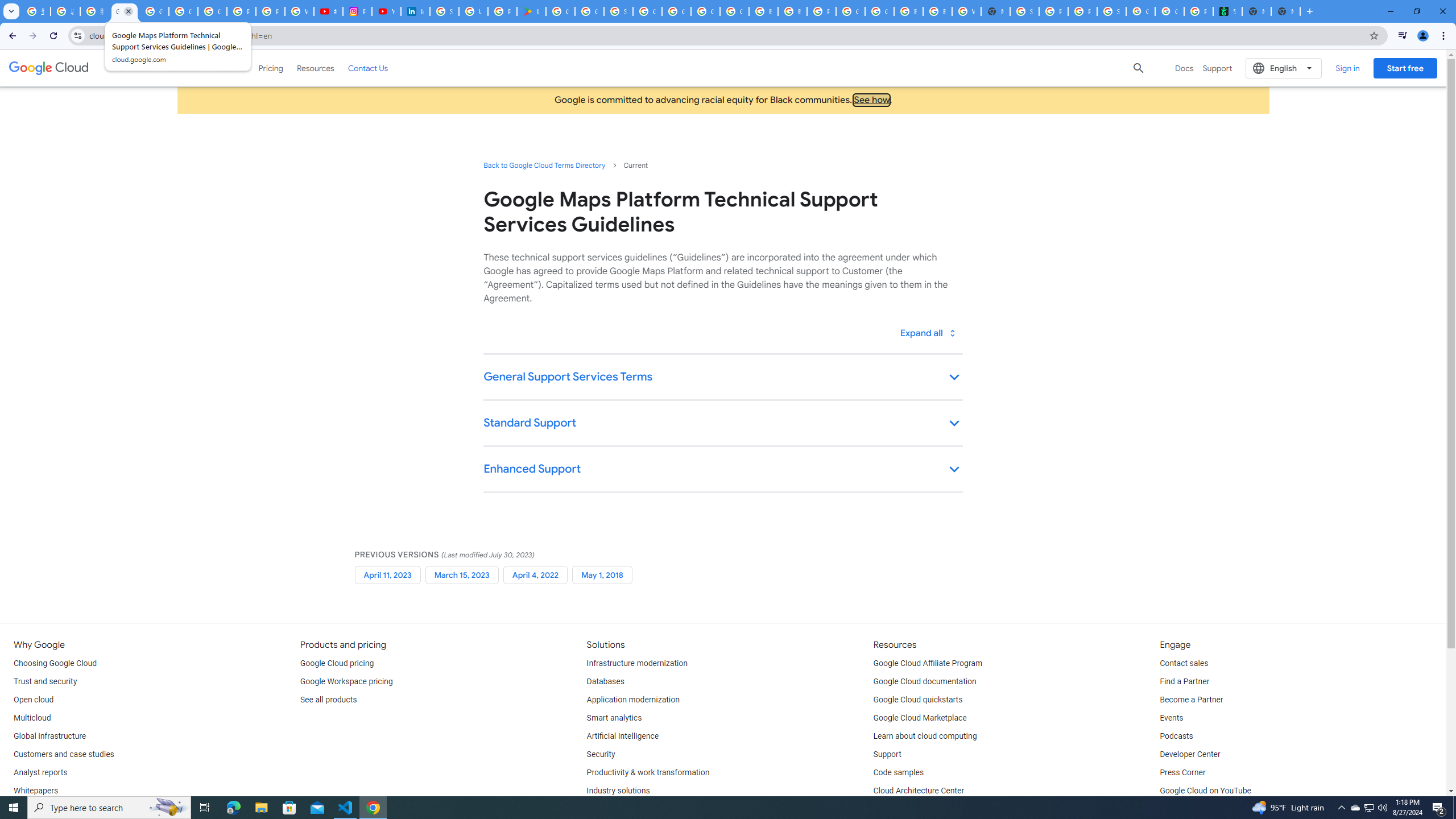 The height and width of the screenshot is (819, 1456). I want to click on 'Infrastructure modernization', so click(638, 664).